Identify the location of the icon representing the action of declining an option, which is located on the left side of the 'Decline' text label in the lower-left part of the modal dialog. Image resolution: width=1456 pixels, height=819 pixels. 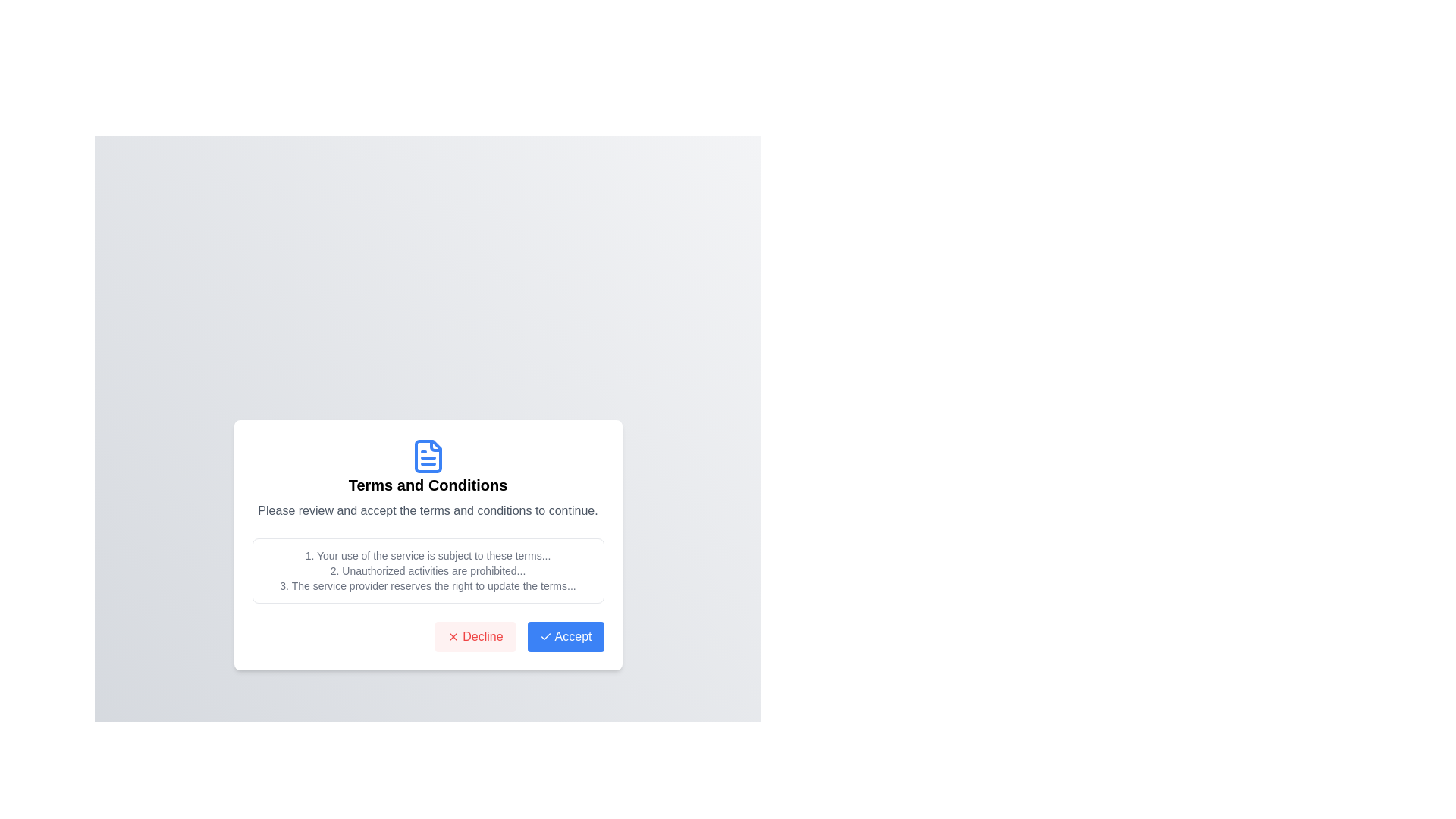
(453, 637).